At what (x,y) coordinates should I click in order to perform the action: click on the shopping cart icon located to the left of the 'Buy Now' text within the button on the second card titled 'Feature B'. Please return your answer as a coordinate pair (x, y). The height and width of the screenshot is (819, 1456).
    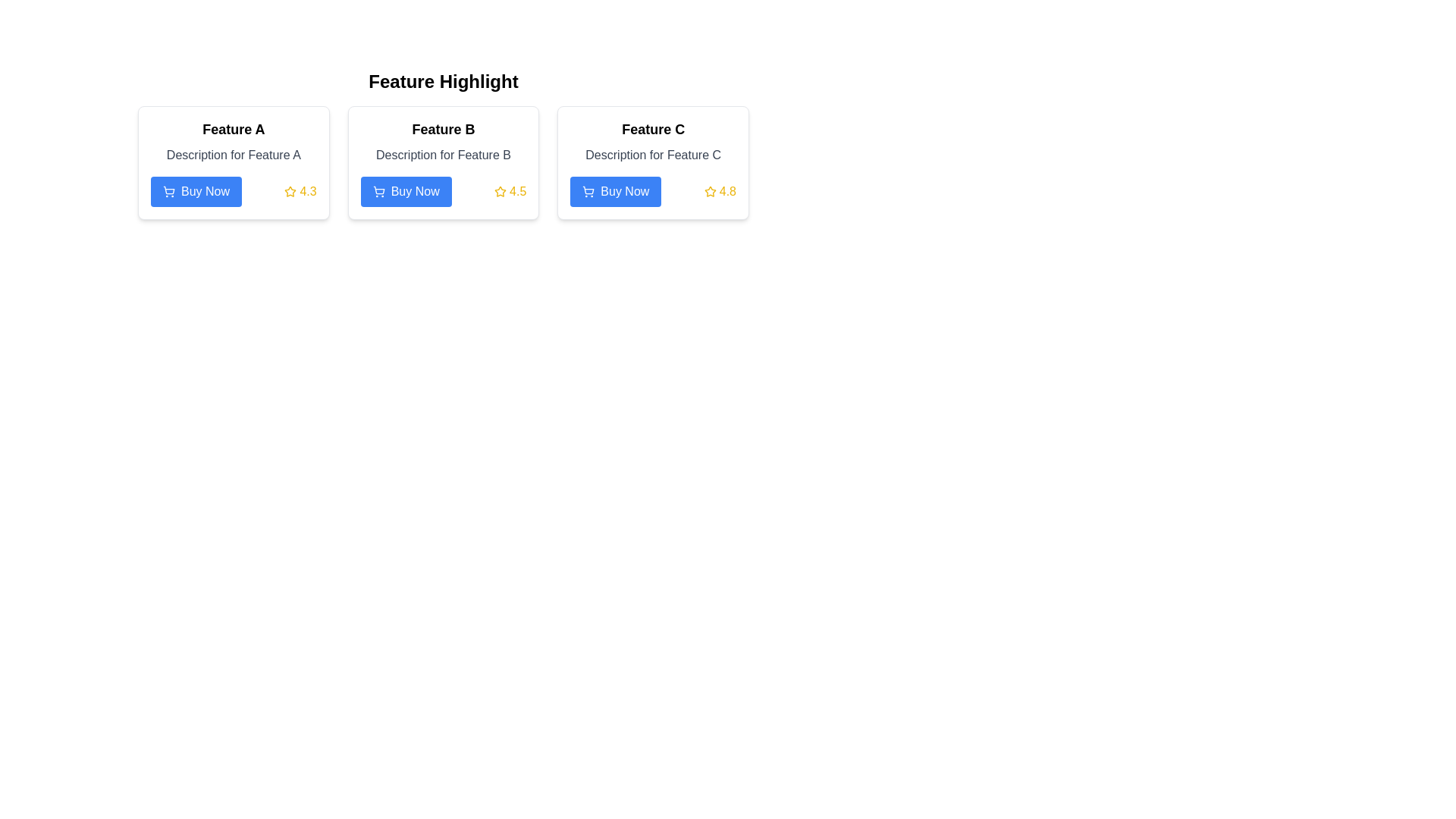
    Looking at the image, I should click on (378, 189).